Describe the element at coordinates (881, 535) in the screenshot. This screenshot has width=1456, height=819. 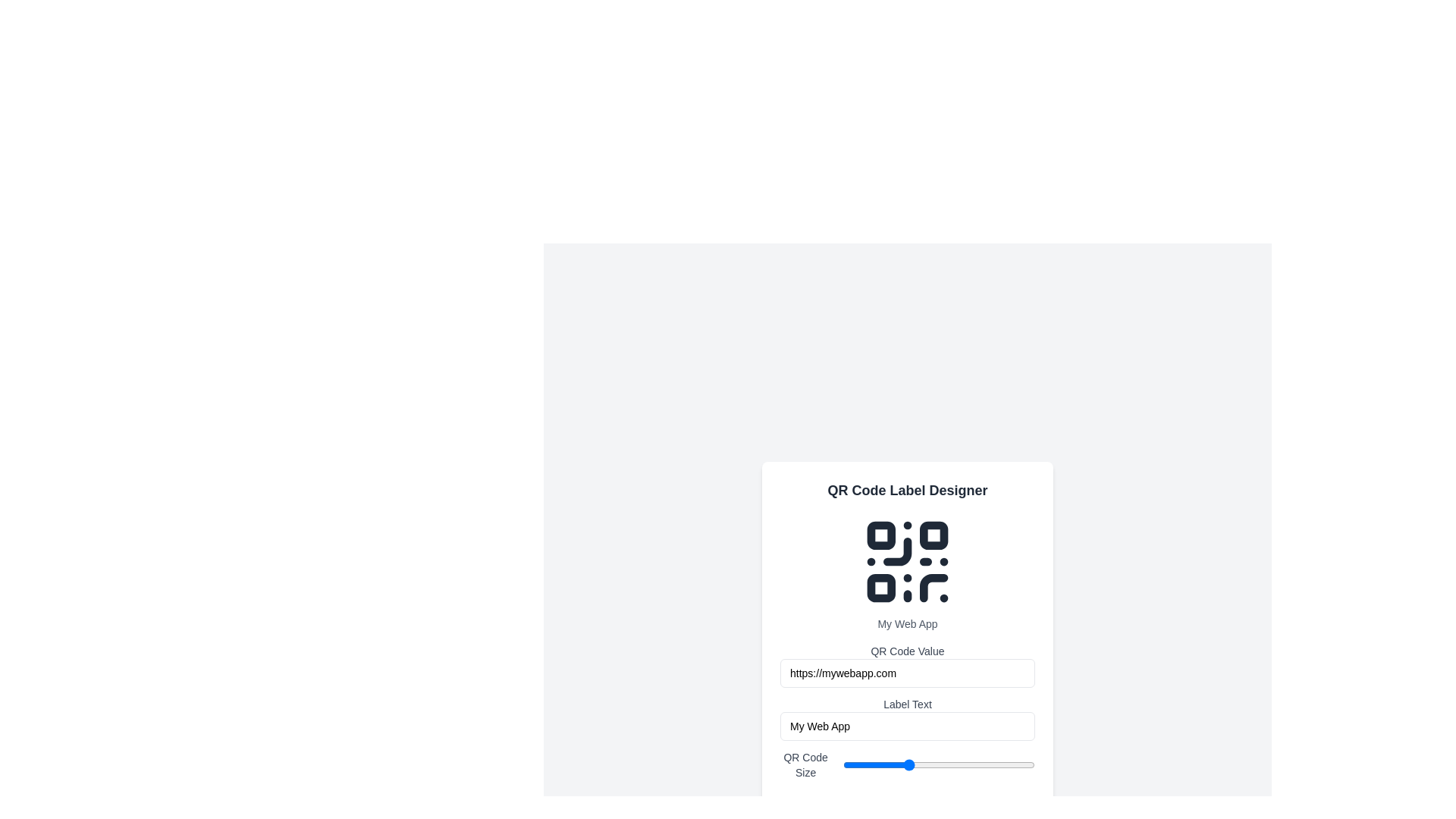
I see `the small square with rounded corners located in the upper-left segment of the QR code icon within the 'QR Code Label Designer' interface` at that location.